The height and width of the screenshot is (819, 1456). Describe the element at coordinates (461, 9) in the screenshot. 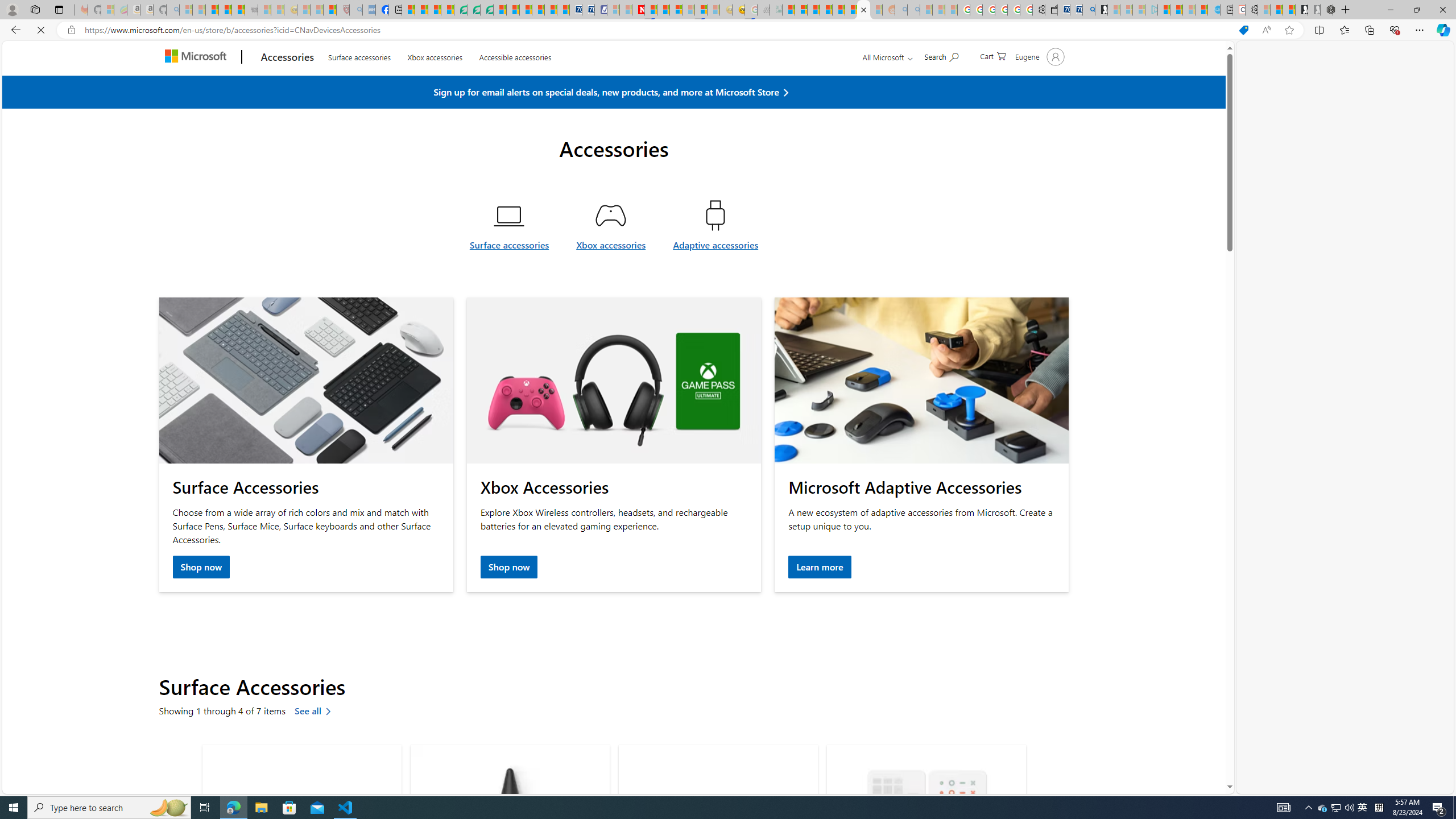

I see `'LendingTree - Compare Lenders'` at that location.